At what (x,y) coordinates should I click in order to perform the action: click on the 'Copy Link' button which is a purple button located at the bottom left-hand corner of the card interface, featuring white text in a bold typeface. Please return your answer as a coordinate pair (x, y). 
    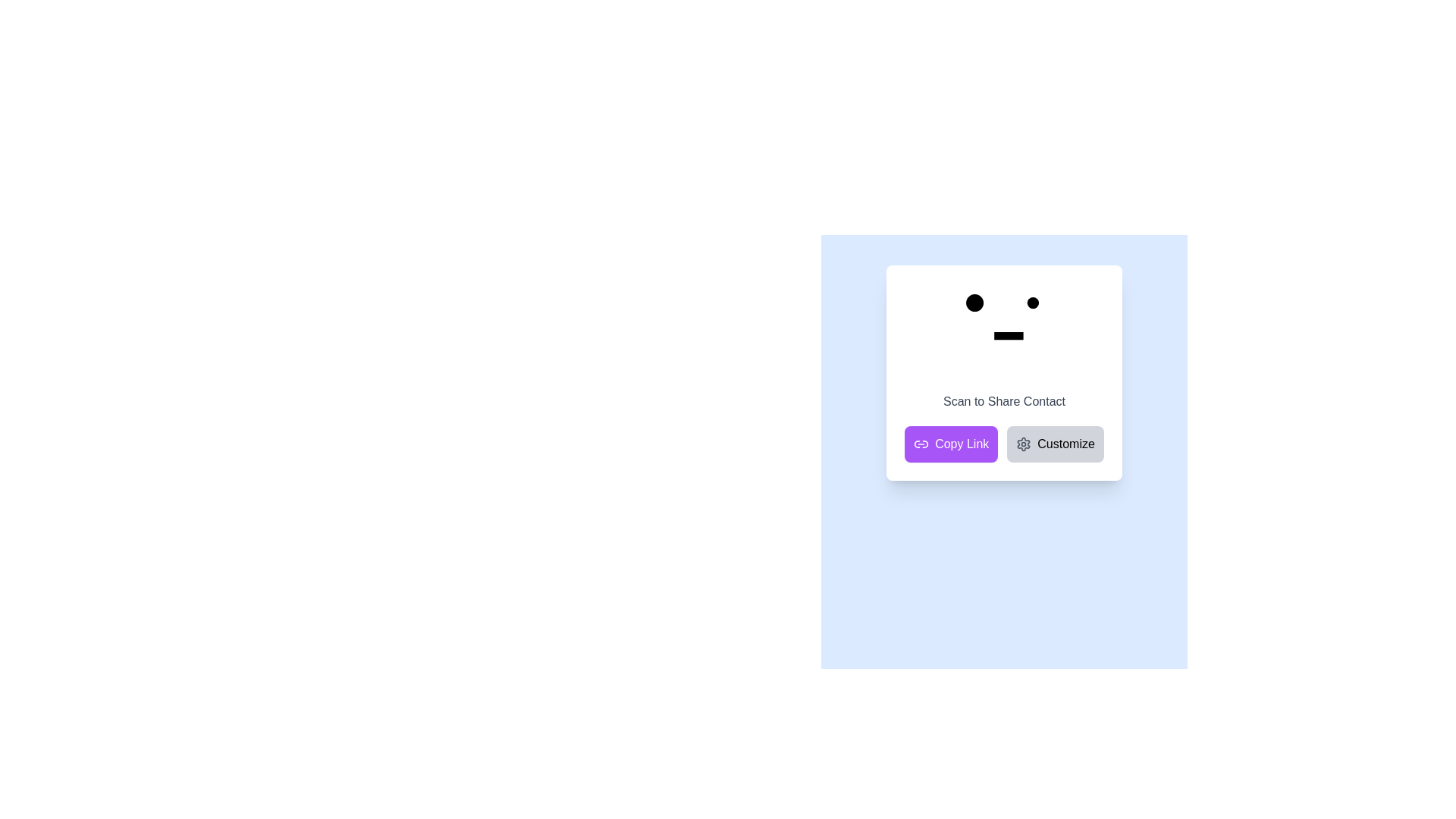
    Looking at the image, I should click on (961, 444).